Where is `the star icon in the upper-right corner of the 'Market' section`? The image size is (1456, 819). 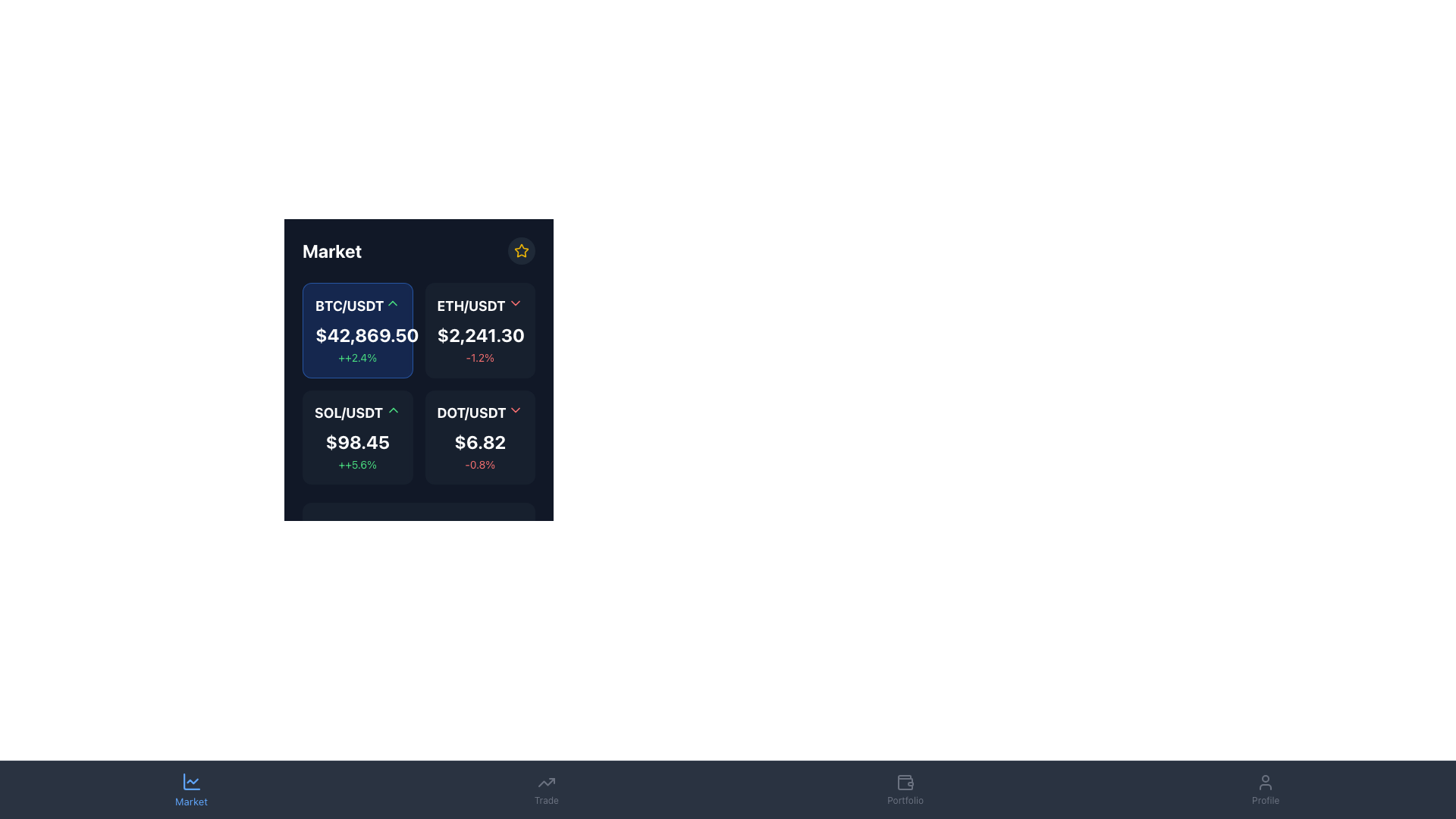 the star icon in the upper-right corner of the 'Market' section is located at coordinates (521, 250).